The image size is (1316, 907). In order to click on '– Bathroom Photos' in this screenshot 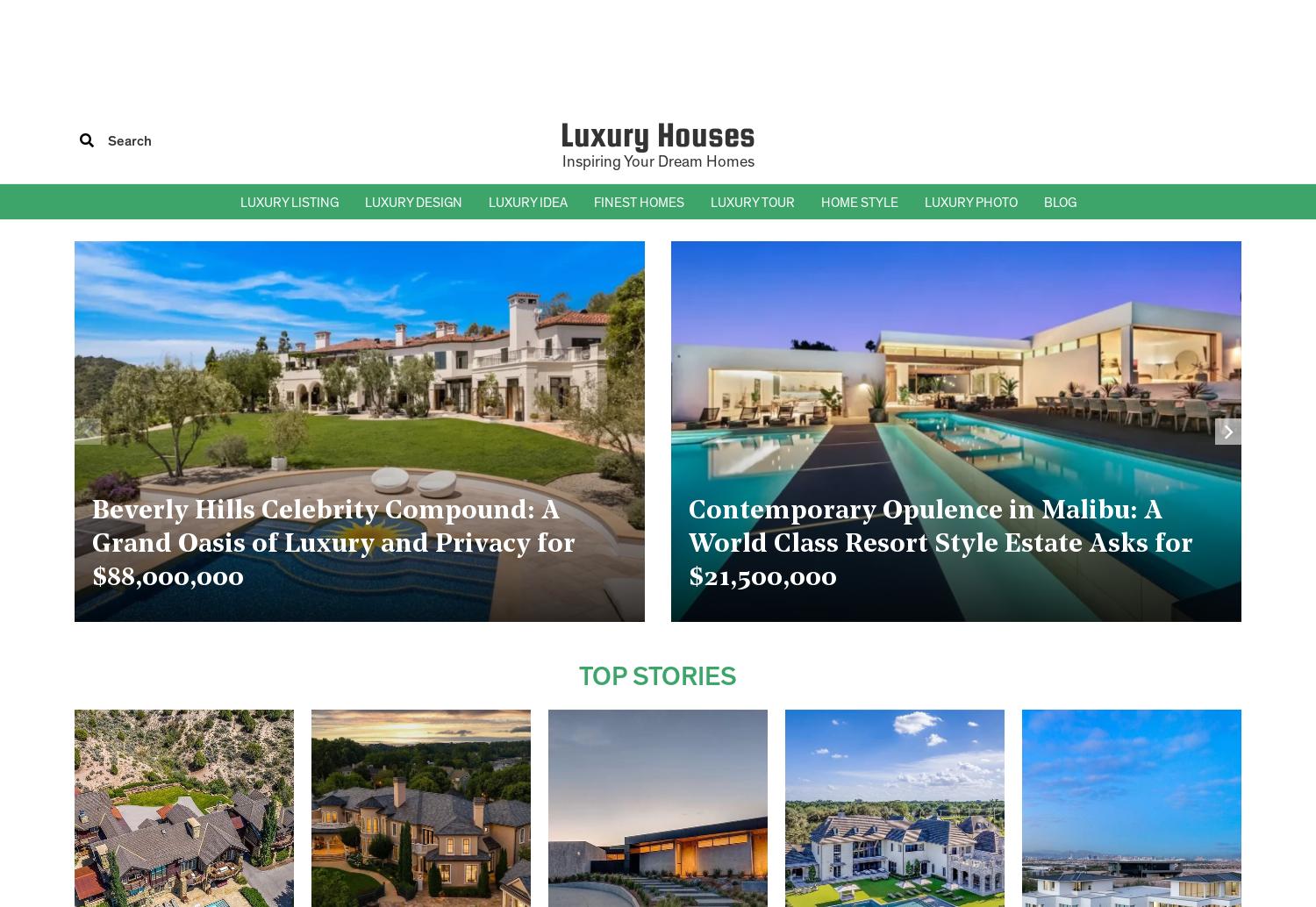, I will do `click(973, 344)`.